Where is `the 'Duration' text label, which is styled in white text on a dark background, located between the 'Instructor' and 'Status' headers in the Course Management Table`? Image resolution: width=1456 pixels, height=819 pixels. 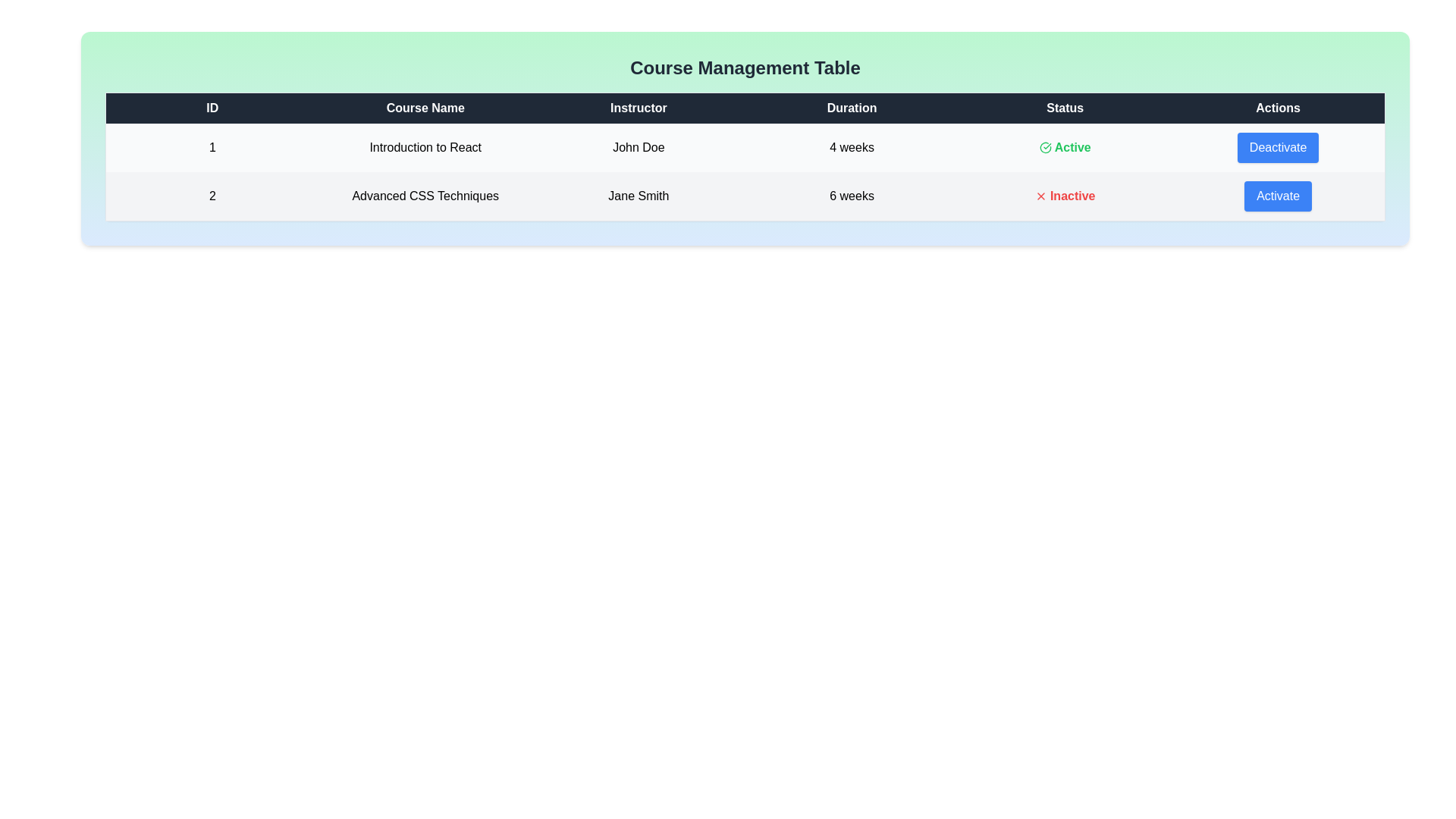
the 'Duration' text label, which is styled in white text on a dark background, located between the 'Instructor' and 'Status' headers in the Course Management Table is located at coordinates (852, 107).